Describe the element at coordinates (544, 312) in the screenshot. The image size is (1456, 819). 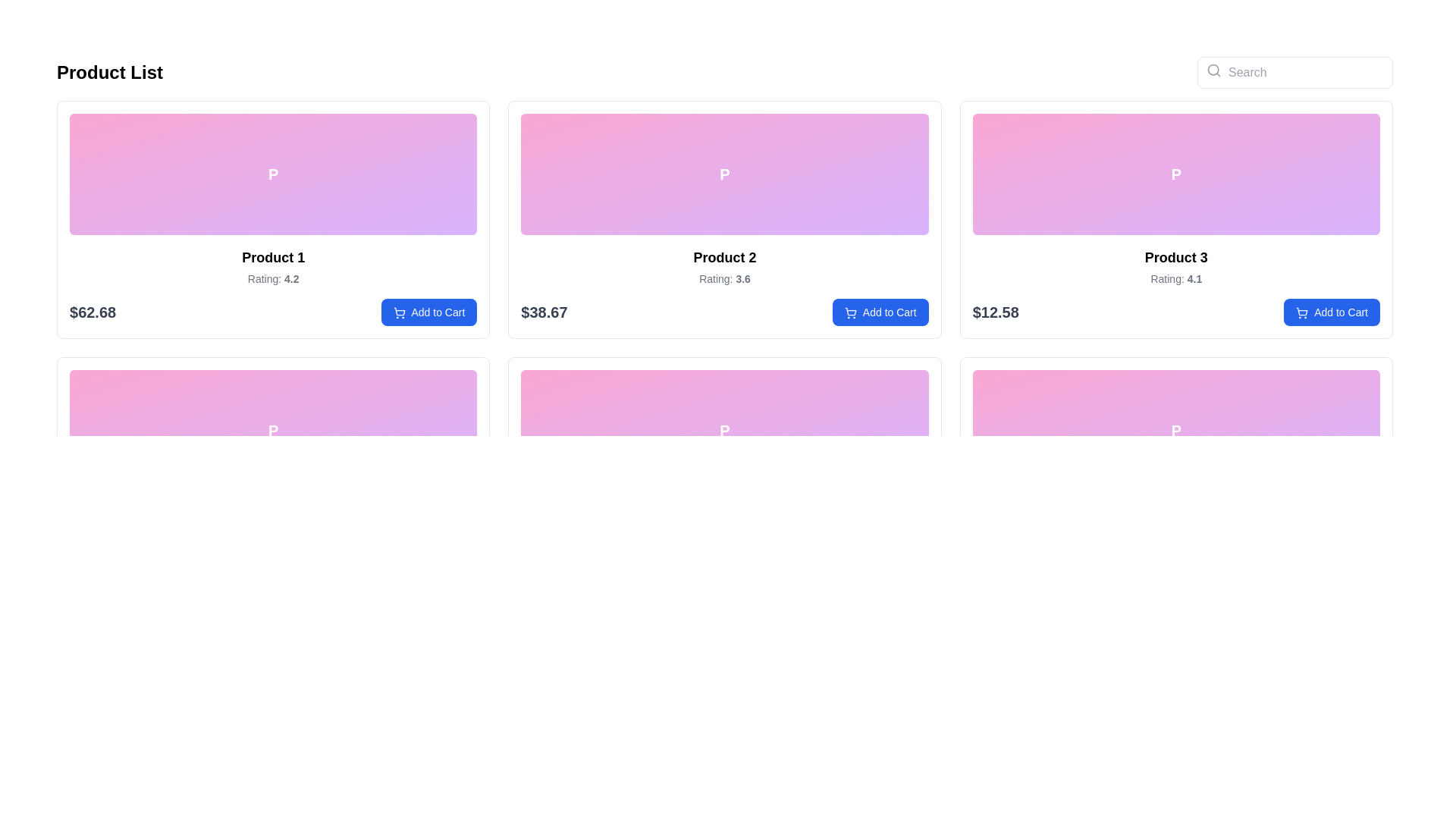
I see `the price text label displaying the cost of 'Product 2', which is located beneath the product title and rating within the 'Product 2' card in the product grid` at that location.